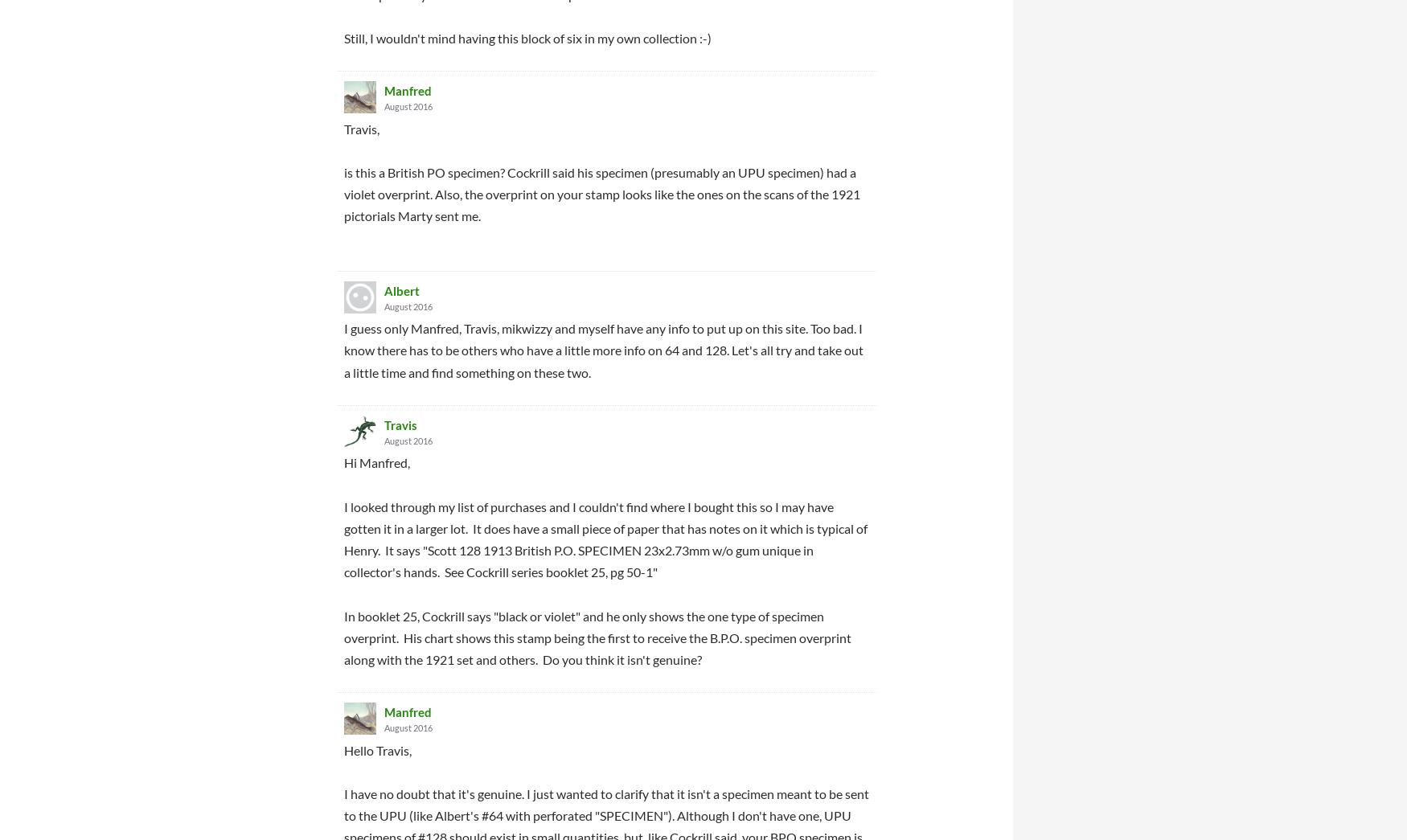 The width and height of the screenshot is (1407, 840). Describe the element at coordinates (605, 539) in the screenshot. I see `'I looked through my list of purchases and I couldn't find where I bought this so I may have gotten it in a larger lot.  It does have a small piece of paper that has notes on it which is typical of Henry.  It says "Scott 128 1913 British P.O. SPECIMEN 23x2.73mm w/o gum unique in collector's hands.  See Cockrill series booklet 25, pg 50-1"'` at that location.